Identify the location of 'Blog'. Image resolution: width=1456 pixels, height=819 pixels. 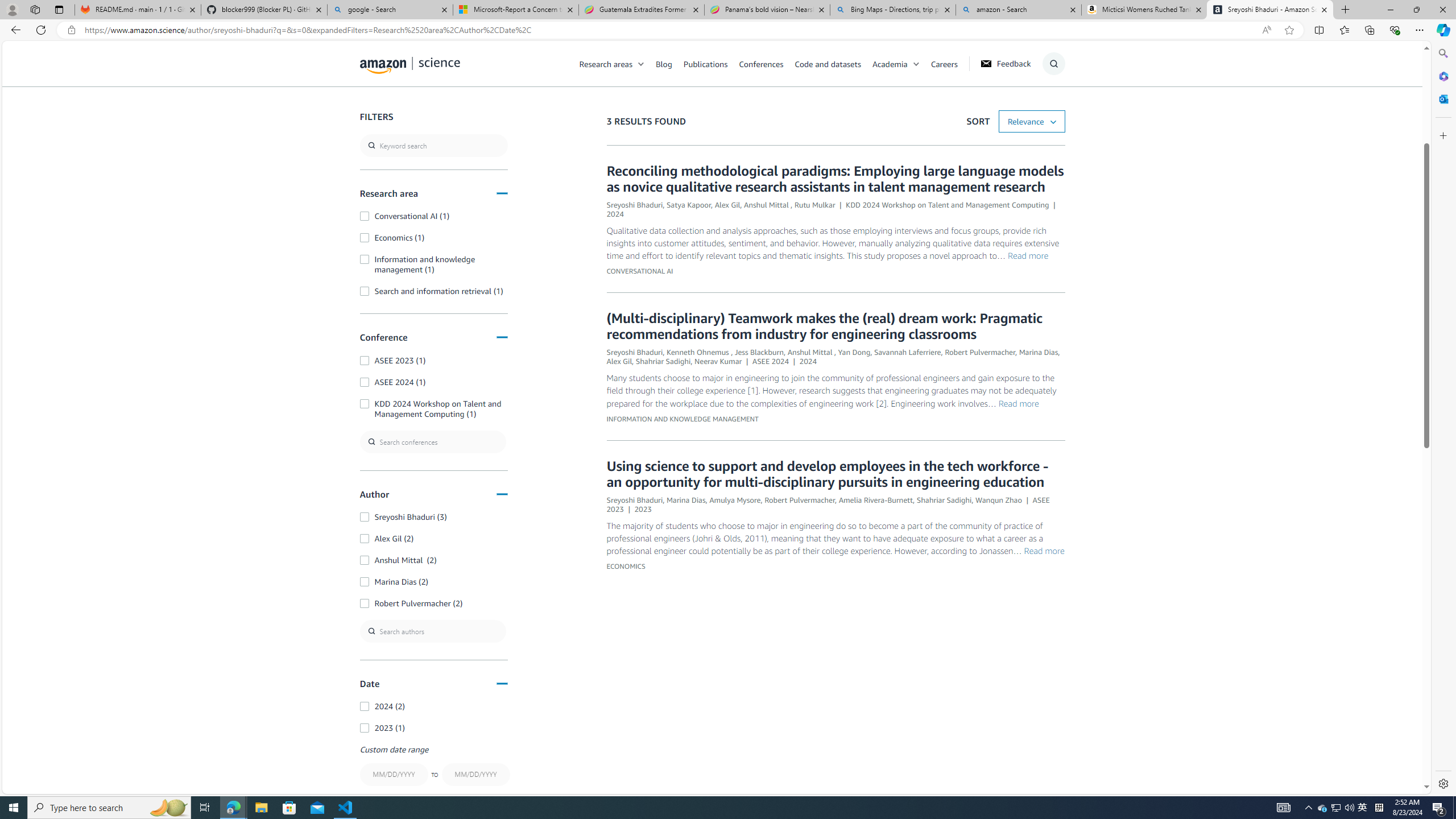
(663, 63).